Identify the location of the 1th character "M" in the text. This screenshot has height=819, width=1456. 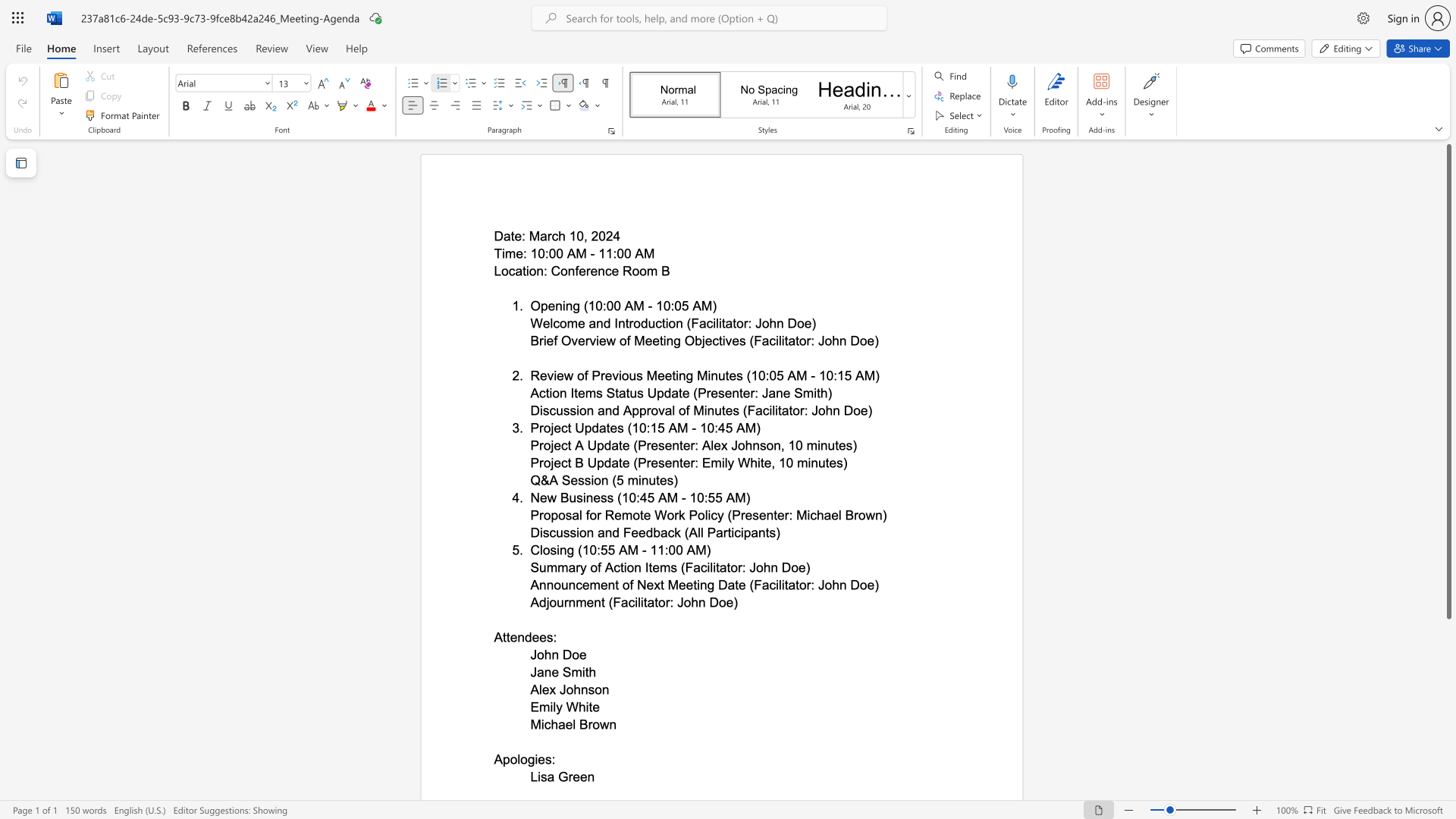
(682, 428).